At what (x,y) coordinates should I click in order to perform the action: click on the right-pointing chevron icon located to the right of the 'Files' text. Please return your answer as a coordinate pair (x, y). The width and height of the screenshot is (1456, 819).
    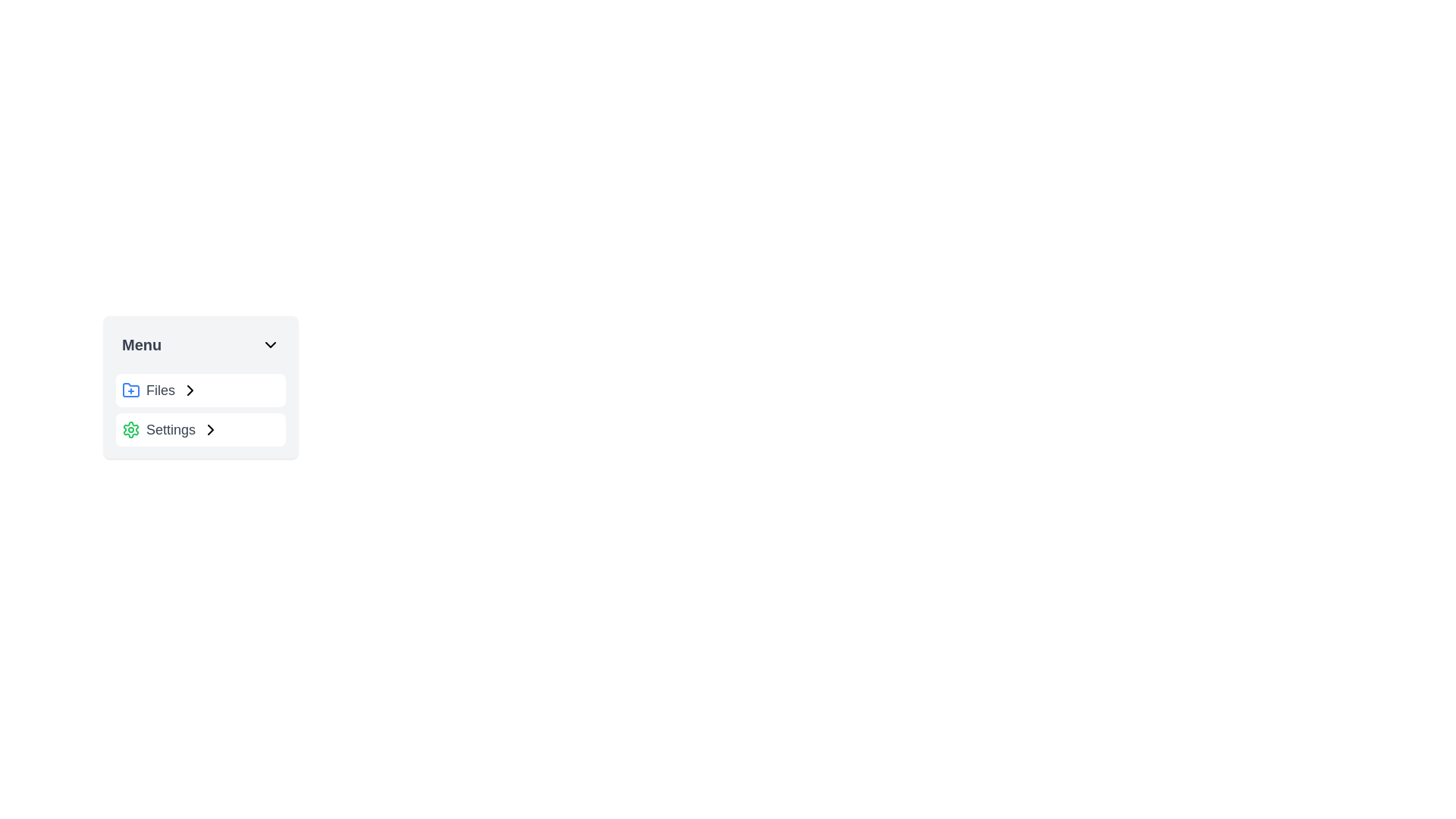
    Looking at the image, I should click on (189, 390).